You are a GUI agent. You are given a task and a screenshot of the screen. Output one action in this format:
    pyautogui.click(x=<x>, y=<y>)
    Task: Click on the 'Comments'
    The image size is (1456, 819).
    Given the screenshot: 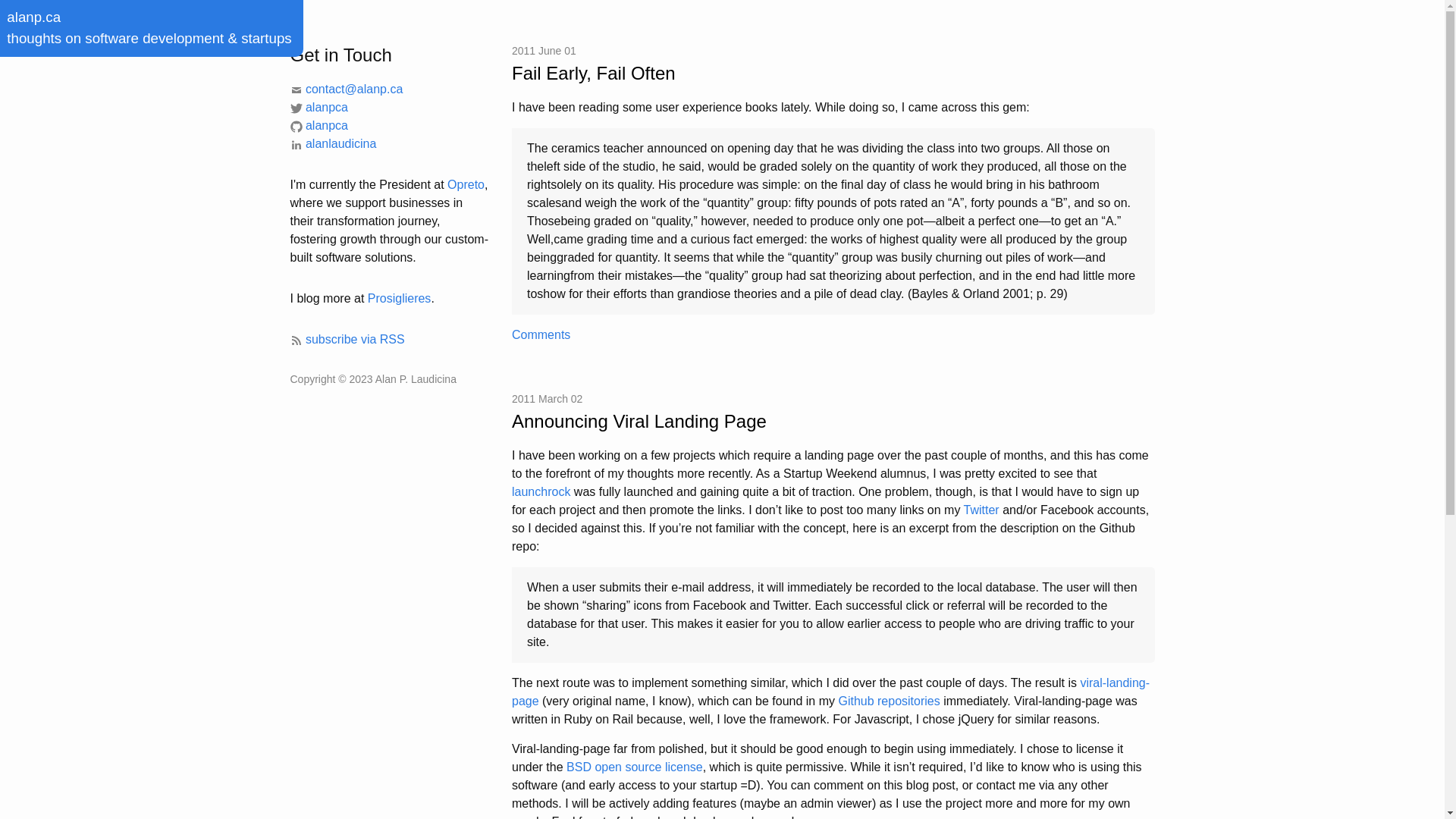 What is the action you would take?
    pyautogui.click(x=541, y=334)
    